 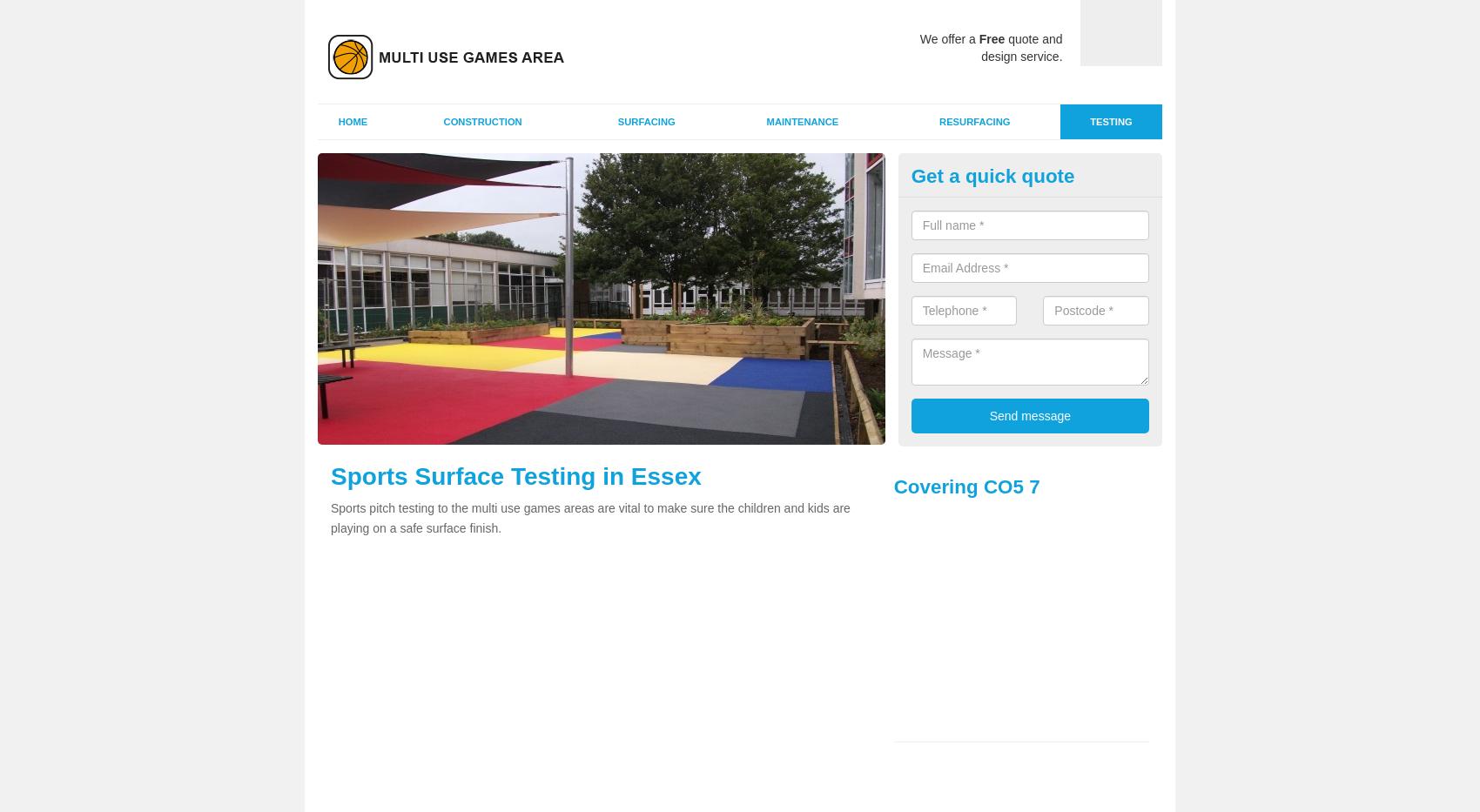 What do you see at coordinates (949, 37) in the screenshot?
I see `'We offer a'` at bounding box center [949, 37].